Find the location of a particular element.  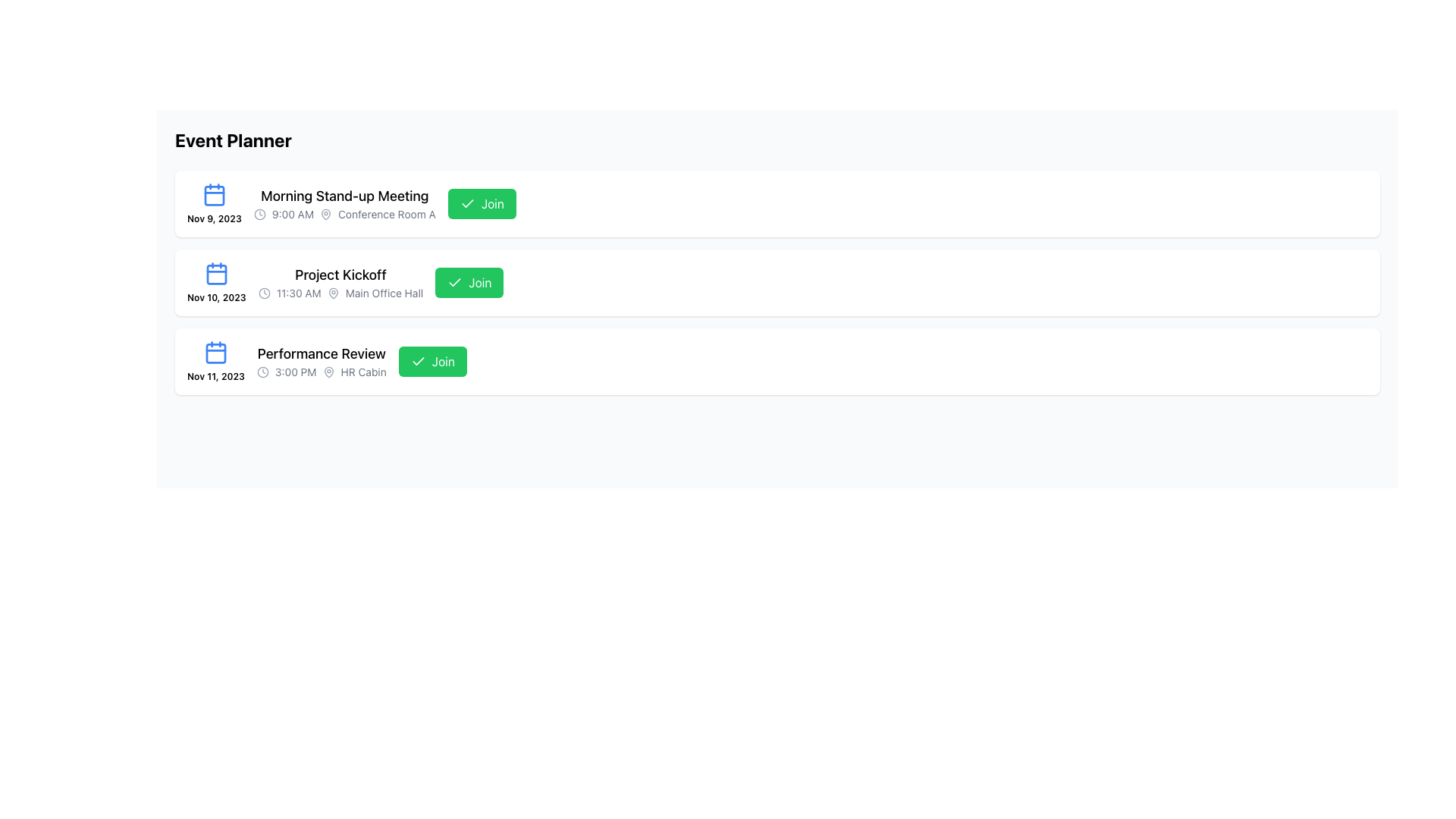

the decorative checkmark icon within the 'Join' button for the 'Performance Review' event, located towards the right-hand side of the button is located at coordinates (418, 362).